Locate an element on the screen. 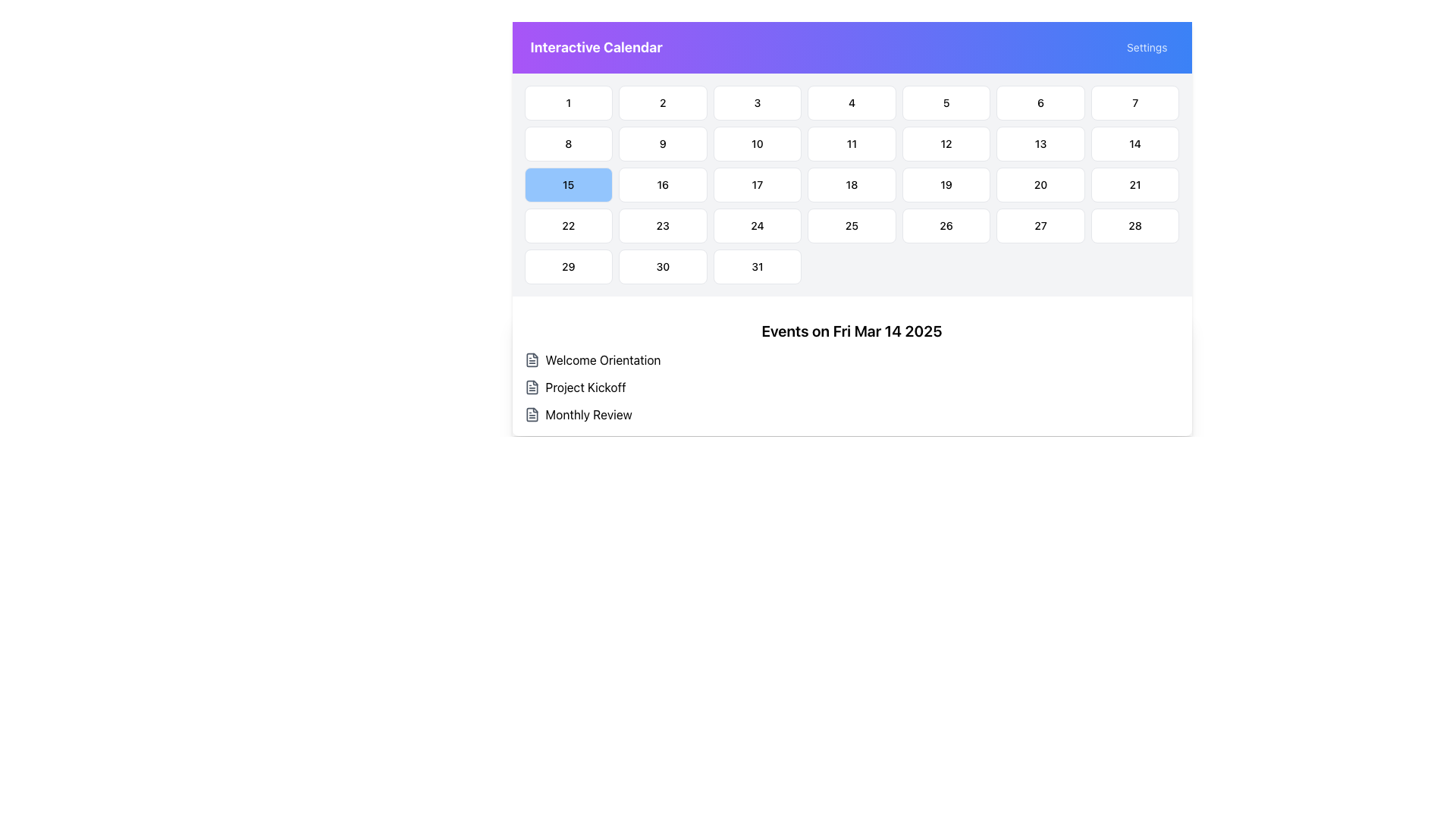 Image resolution: width=1456 pixels, height=819 pixels. the static text element displaying '1' in bold font, located in the top-left cell of the calendar grid is located at coordinates (567, 102).